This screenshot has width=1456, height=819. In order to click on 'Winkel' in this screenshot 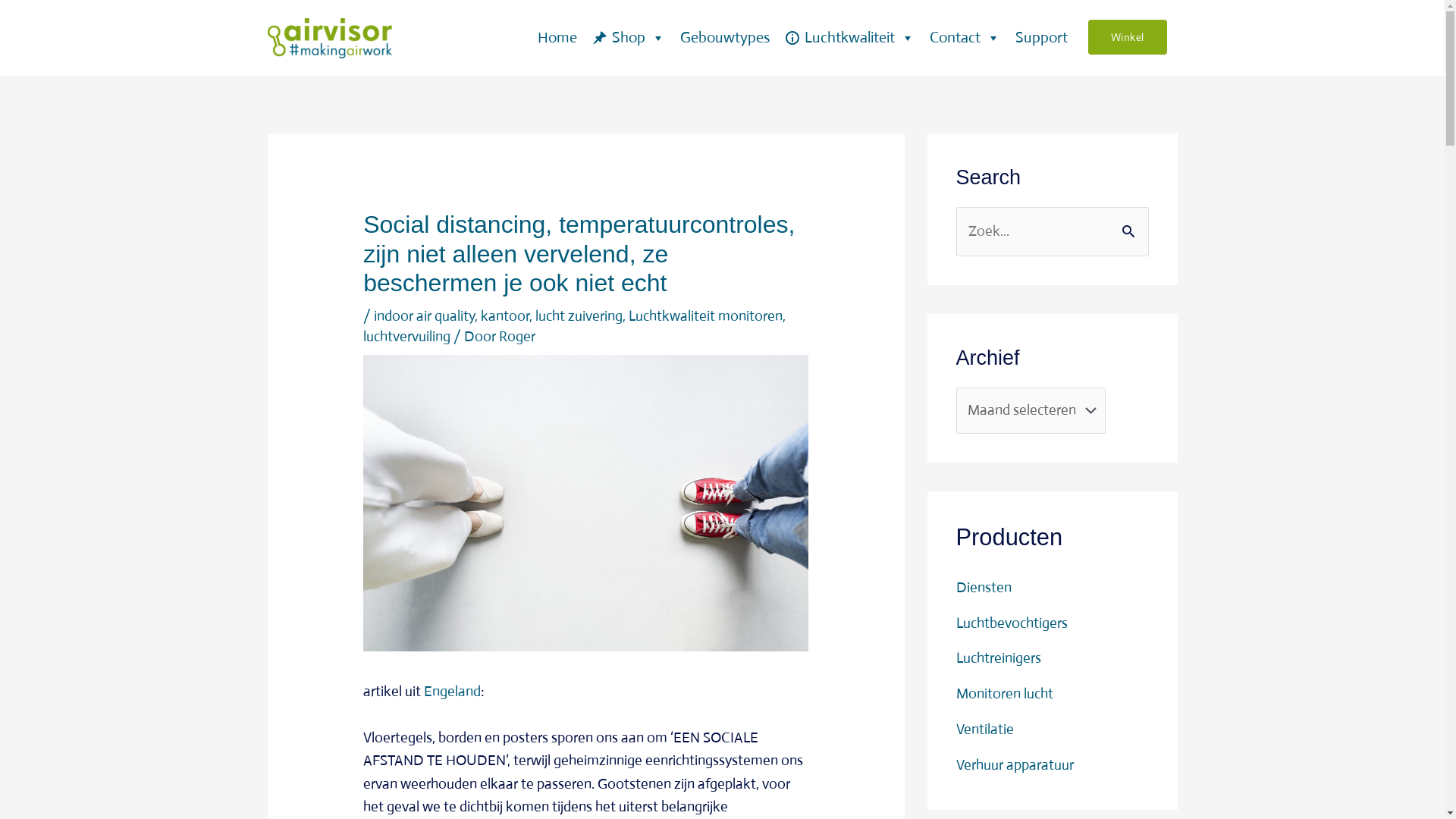, I will do `click(1127, 36)`.